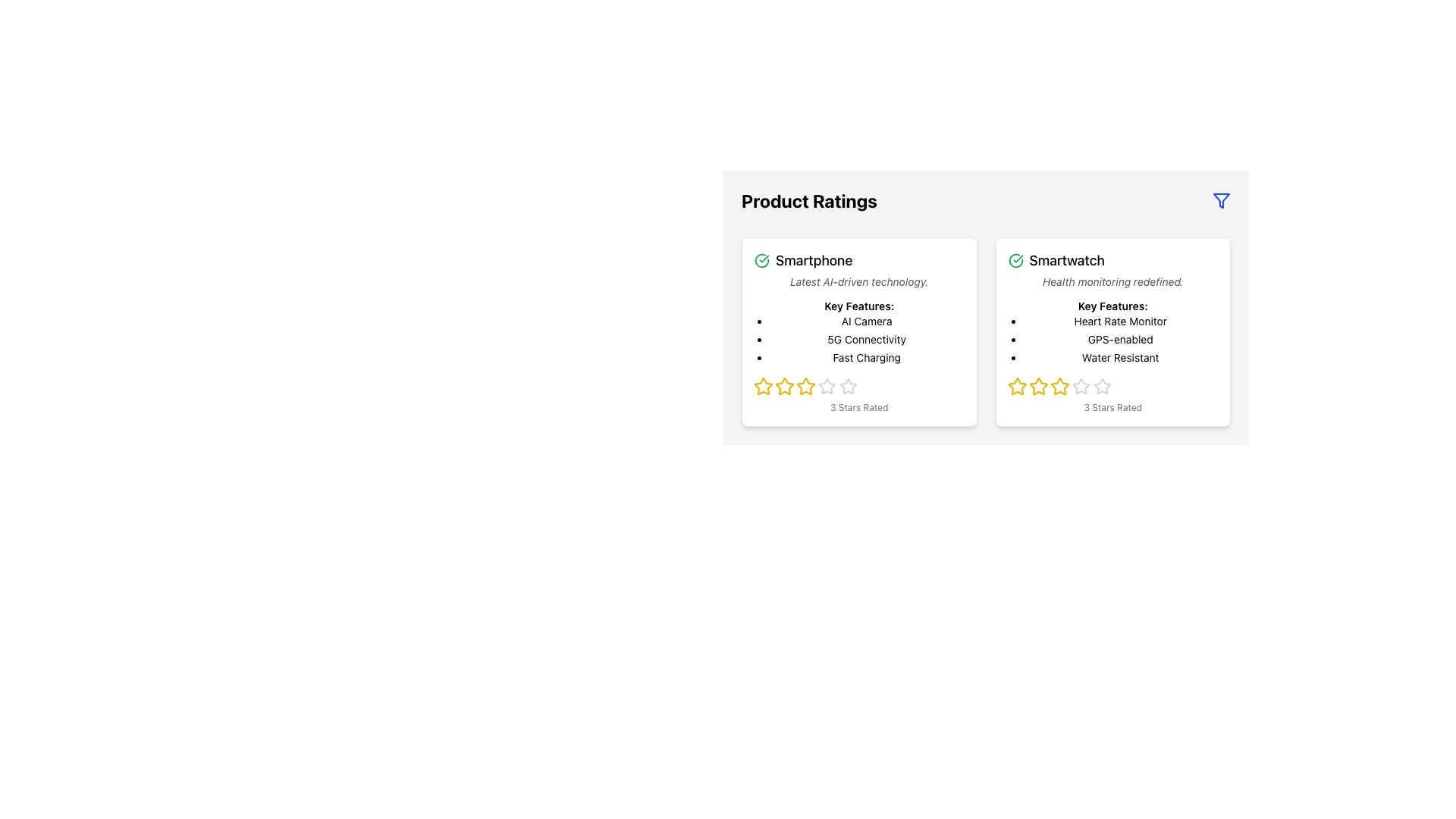 This screenshot has width=1456, height=819. Describe the element at coordinates (785, 385) in the screenshot. I see `the third star icon in the star rating element under the 'Smartphone' card` at that location.